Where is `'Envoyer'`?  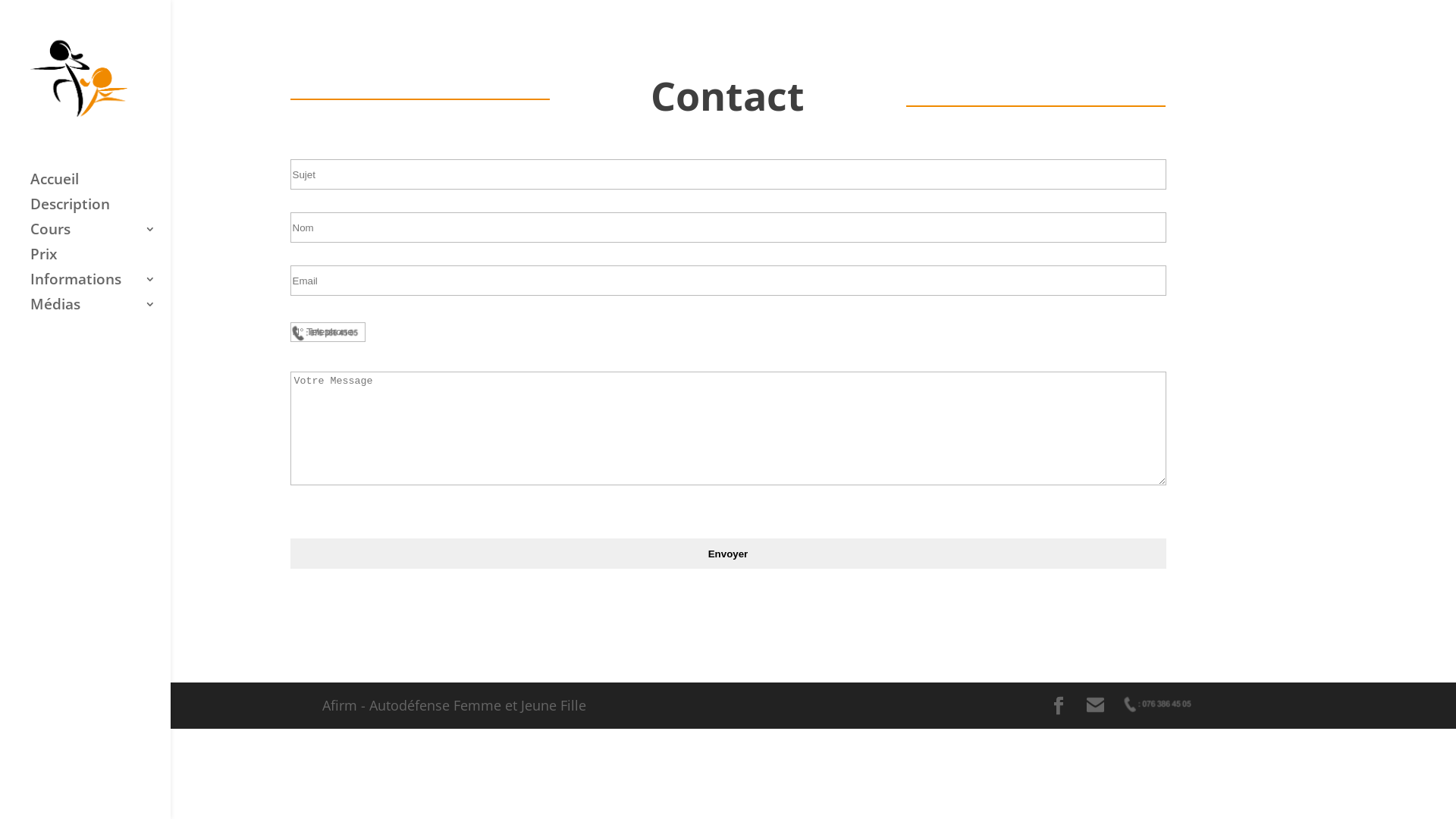
'Envoyer' is located at coordinates (290, 553).